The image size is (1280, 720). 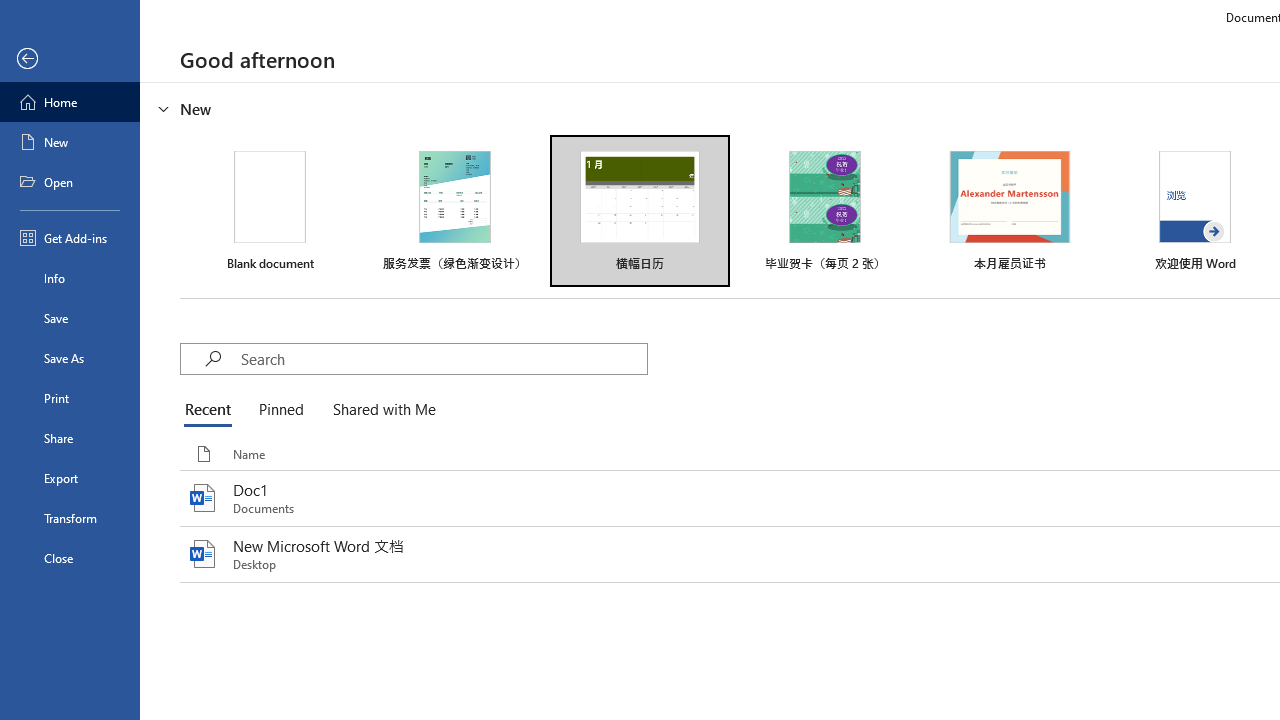 I want to click on 'Blank document', so click(x=269, y=211).